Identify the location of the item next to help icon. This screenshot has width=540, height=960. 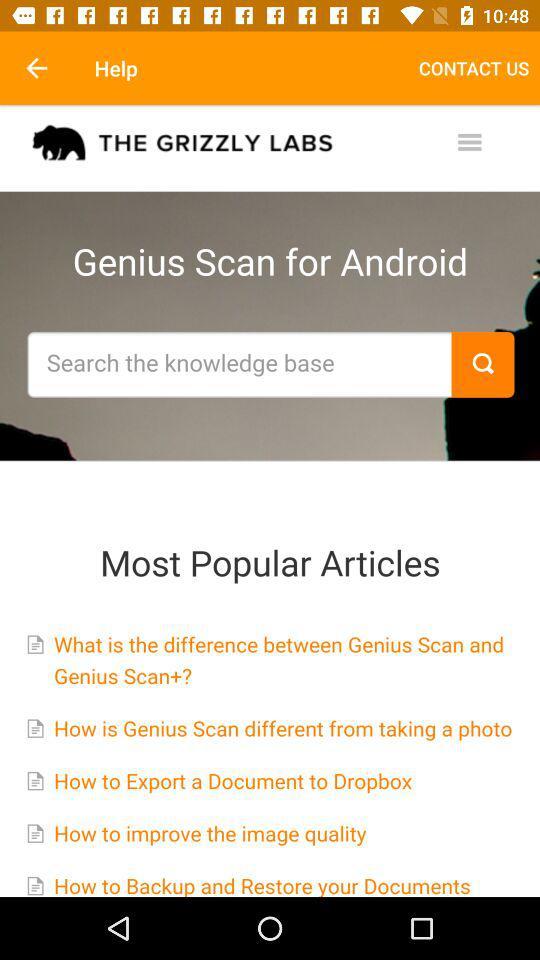
(36, 68).